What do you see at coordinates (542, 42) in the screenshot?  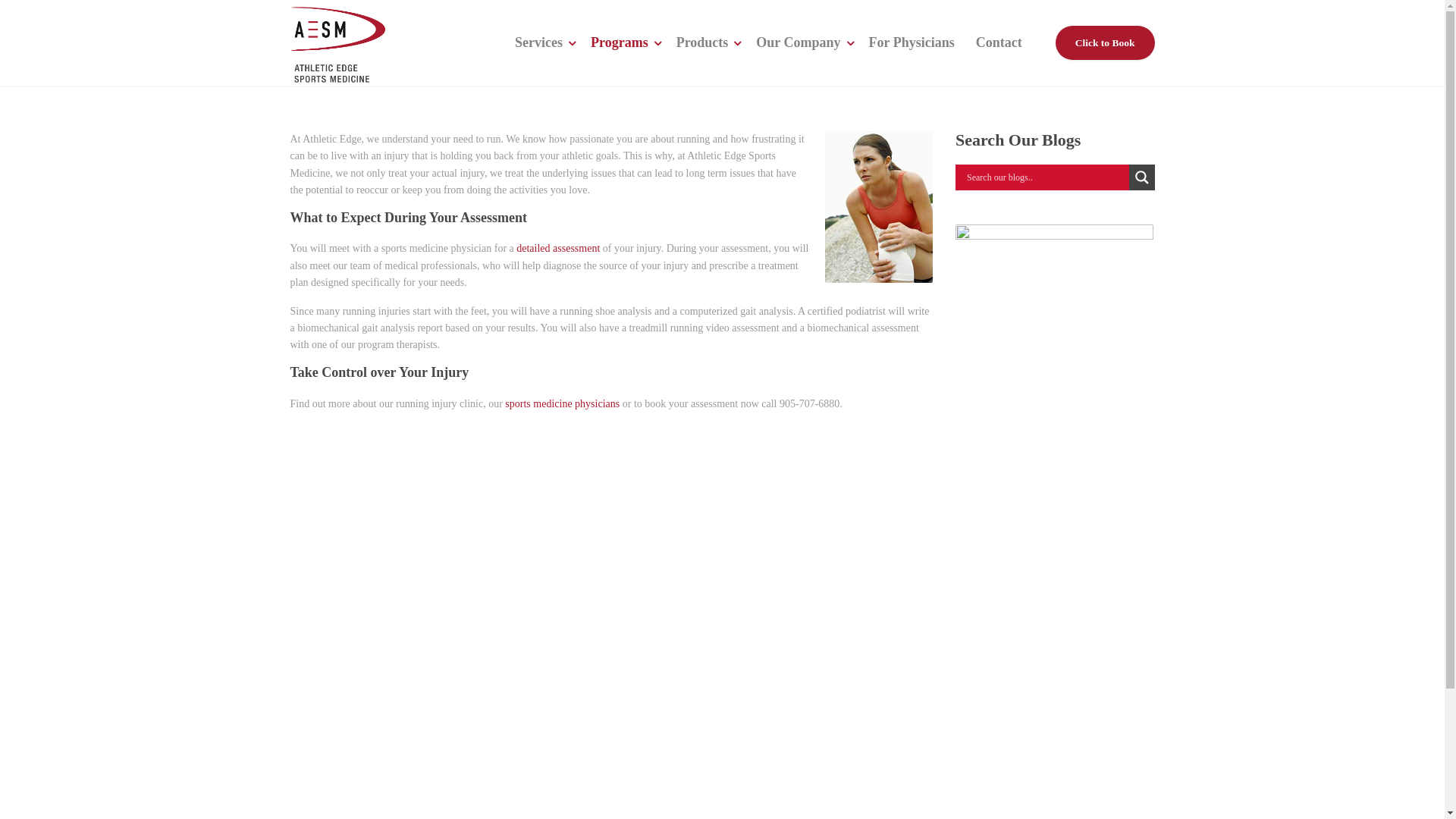 I see `'Services'` at bounding box center [542, 42].